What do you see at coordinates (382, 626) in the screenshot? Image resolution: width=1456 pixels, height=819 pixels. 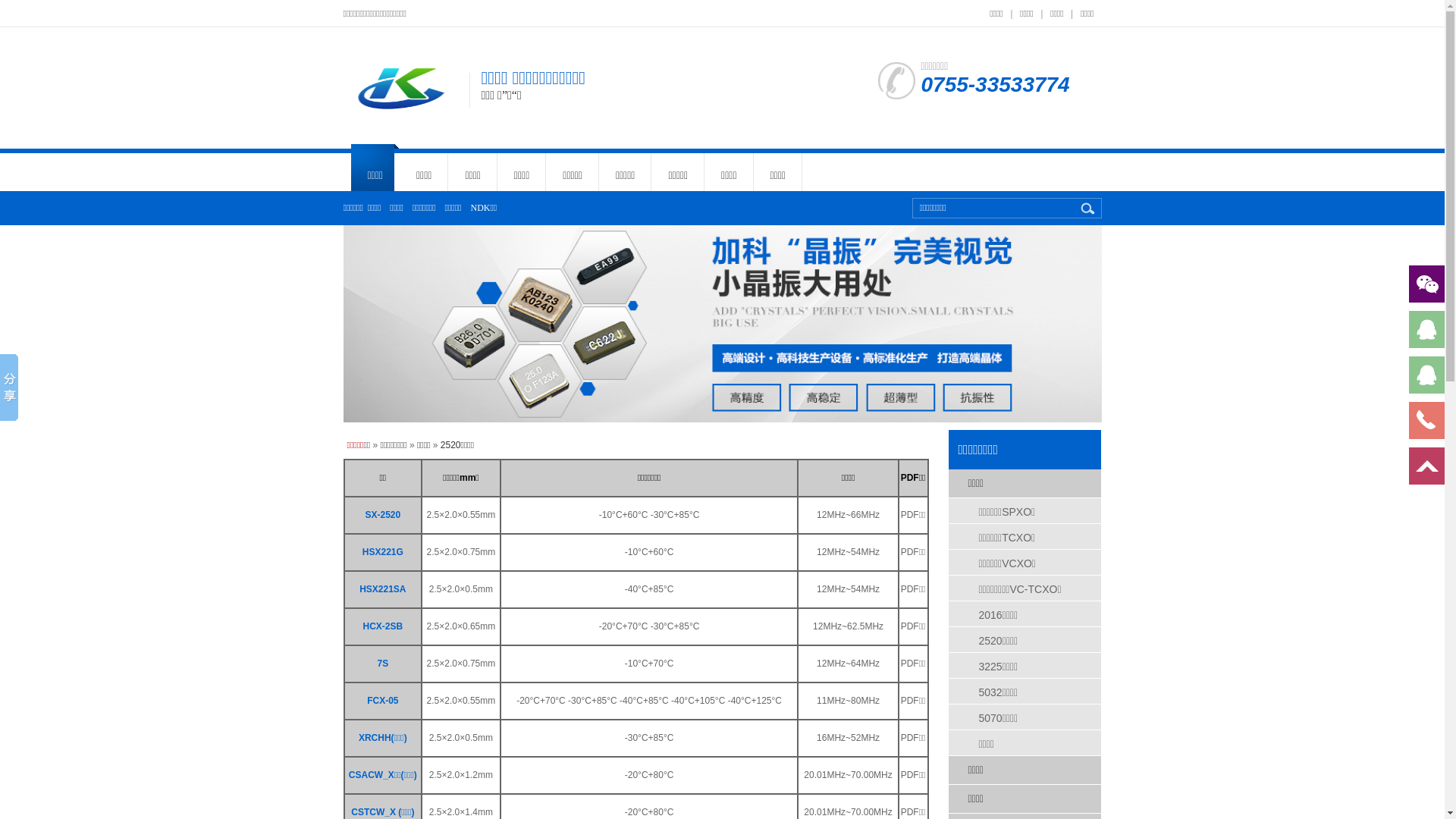 I see `'HCX-2SB'` at bounding box center [382, 626].